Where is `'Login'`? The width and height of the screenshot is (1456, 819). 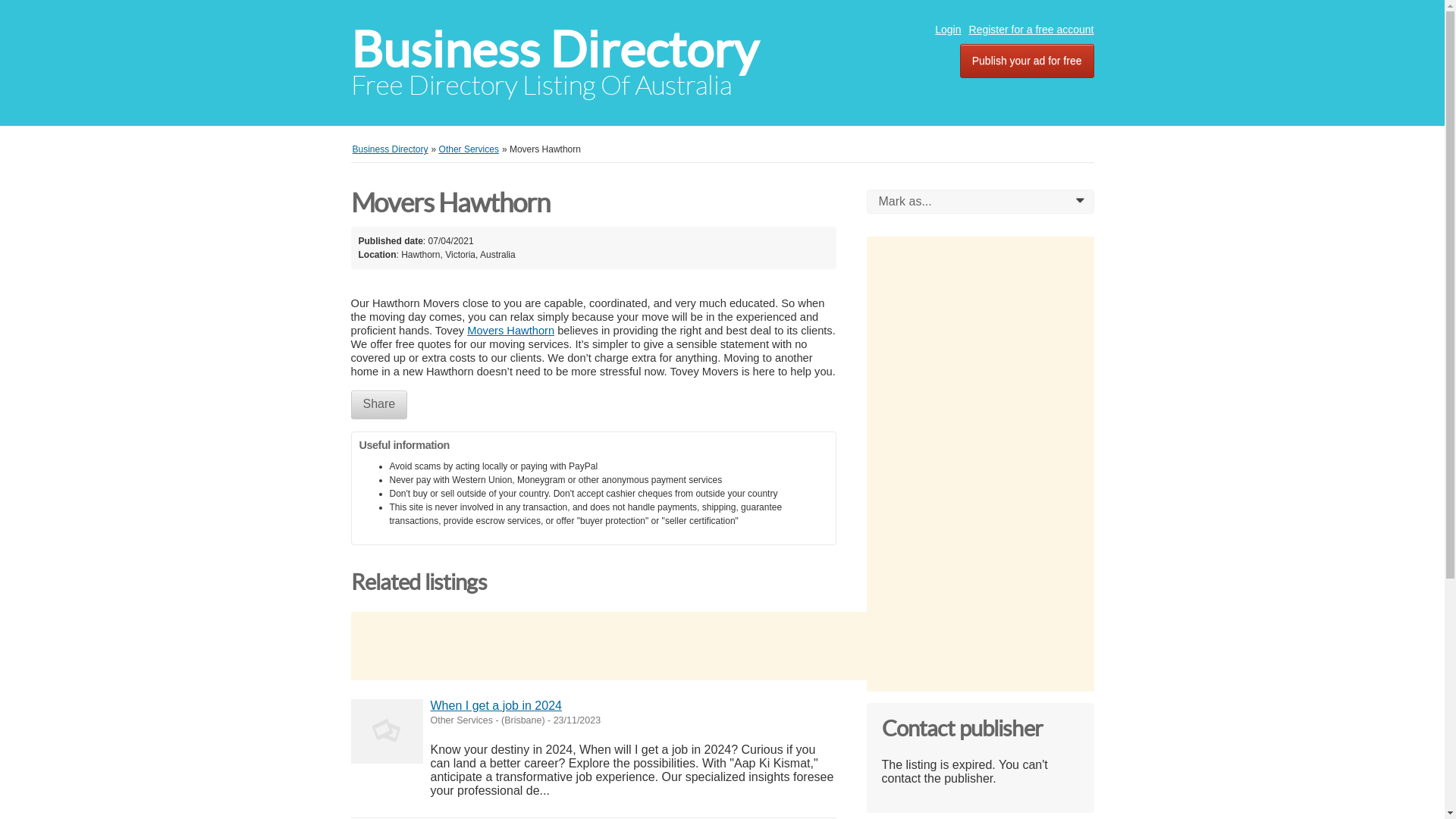
'Login' is located at coordinates (946, 29).